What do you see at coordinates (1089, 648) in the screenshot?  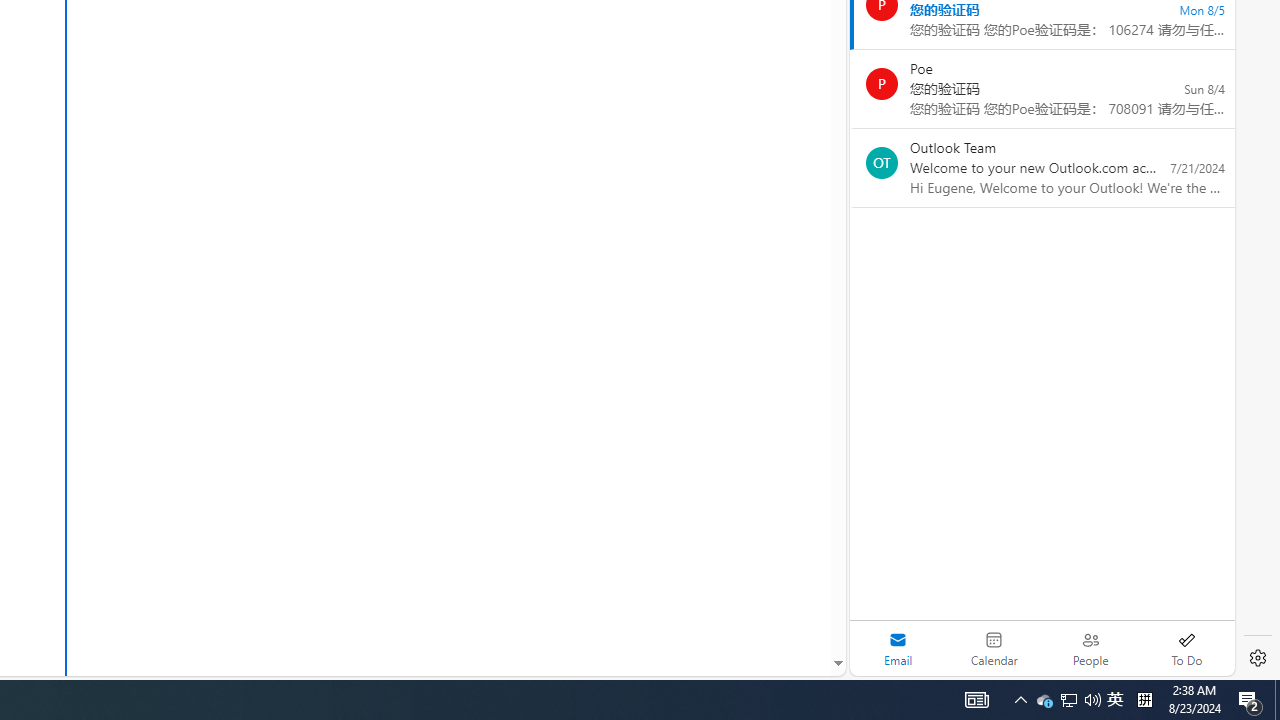 I see `'People'` at bounding box center [1089, 648].